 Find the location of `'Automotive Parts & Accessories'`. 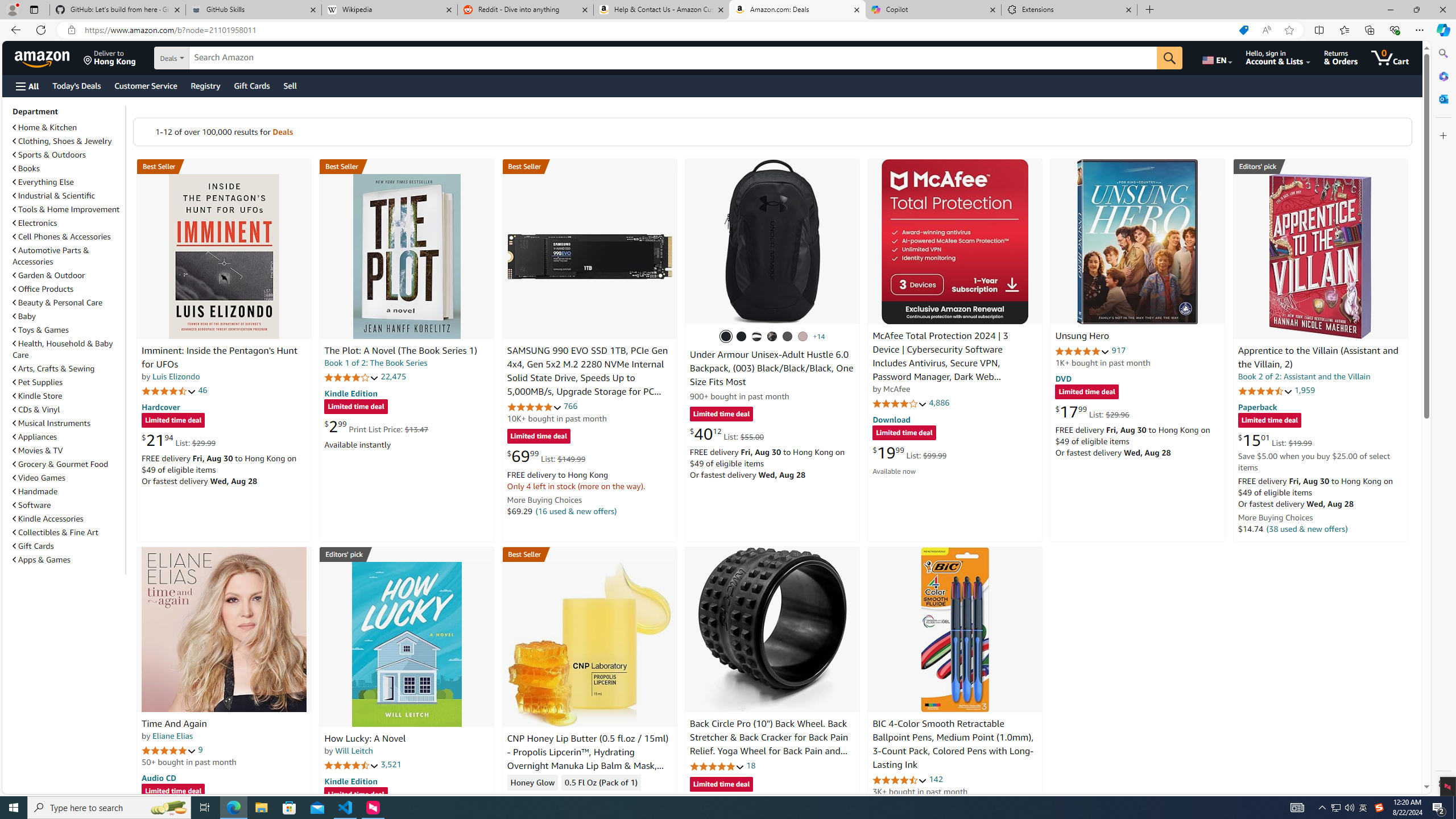

'Automotive Parts & Accessories' is located at coordinates (51, 255).